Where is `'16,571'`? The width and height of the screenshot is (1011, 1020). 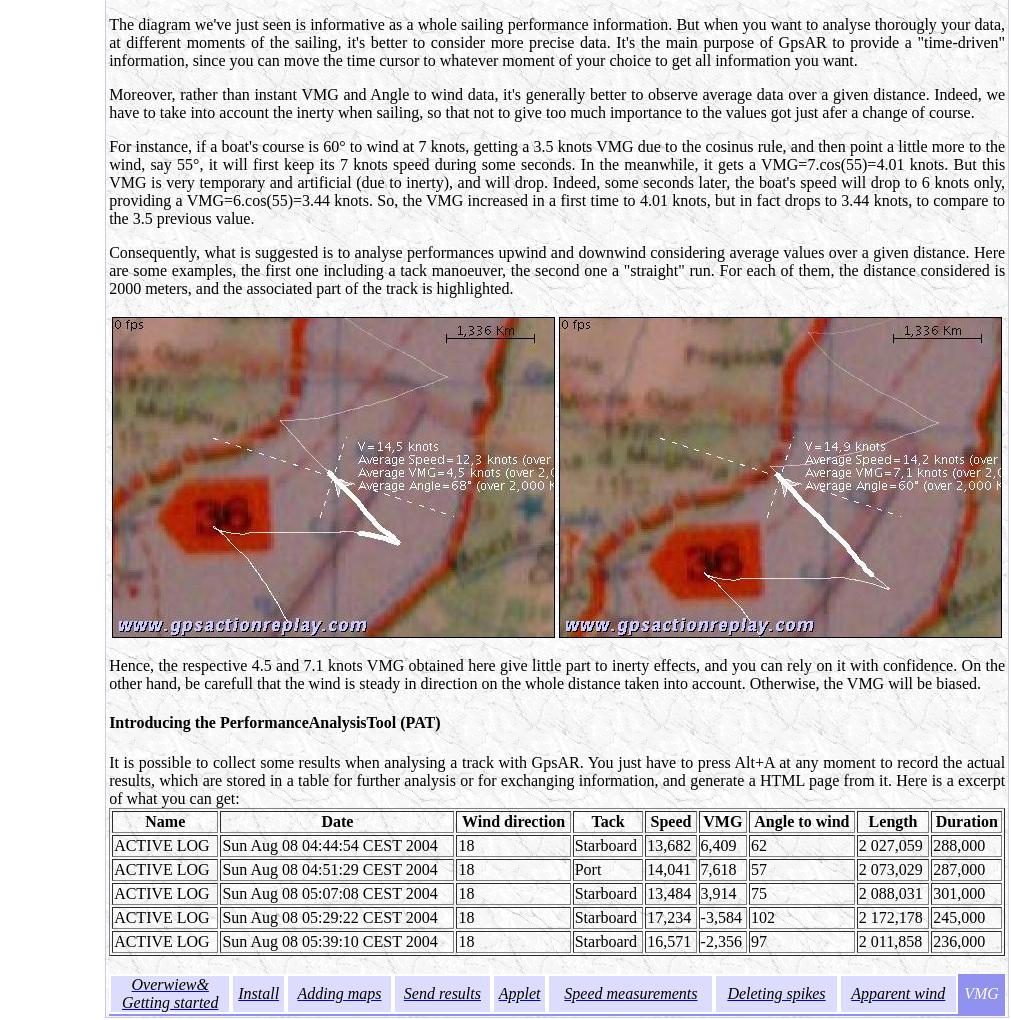 '16,571' is located at coordinates (668, 939).